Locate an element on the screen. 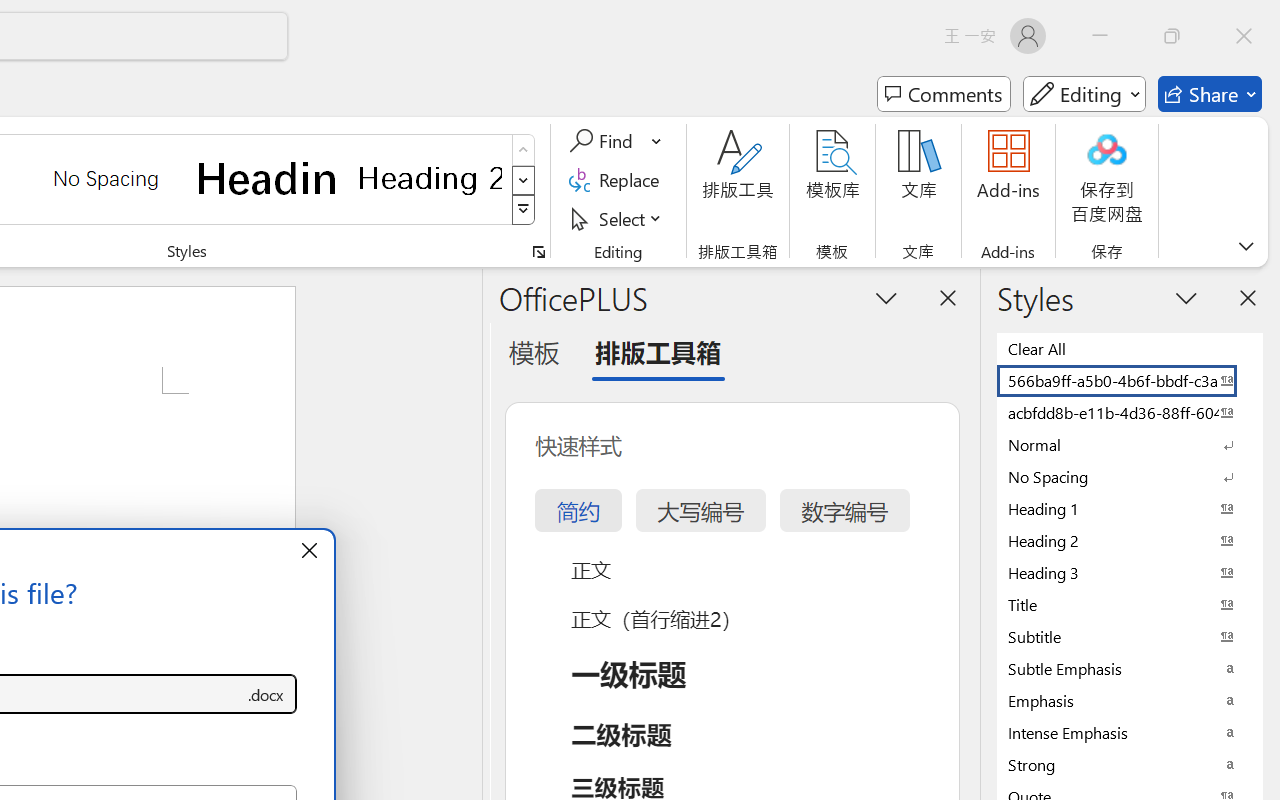 The height and width of the screenshot is (800, 1280). 'Minimize' is located at coordinates (1099, 35).